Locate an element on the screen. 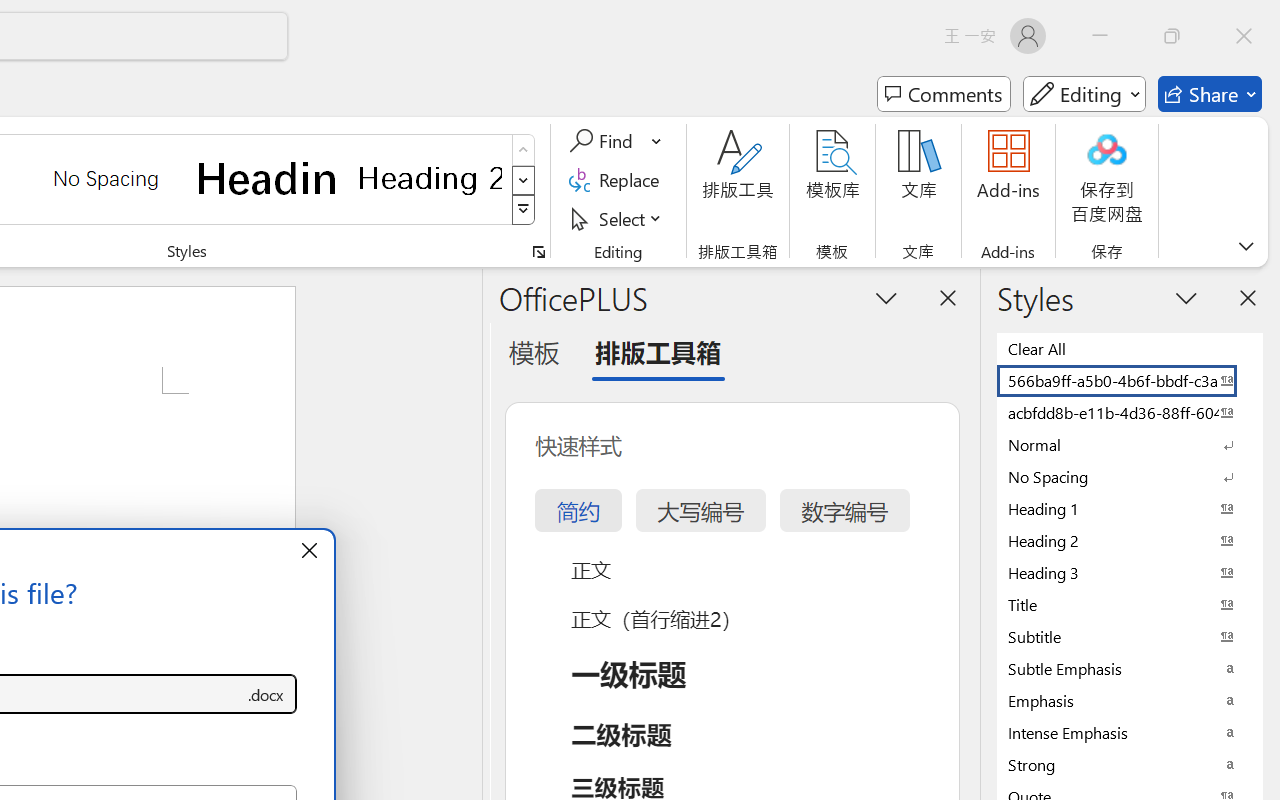 The height and width of the screenshot is (800, 1280). 'Minimize' is located at coordinates (1099, 35).